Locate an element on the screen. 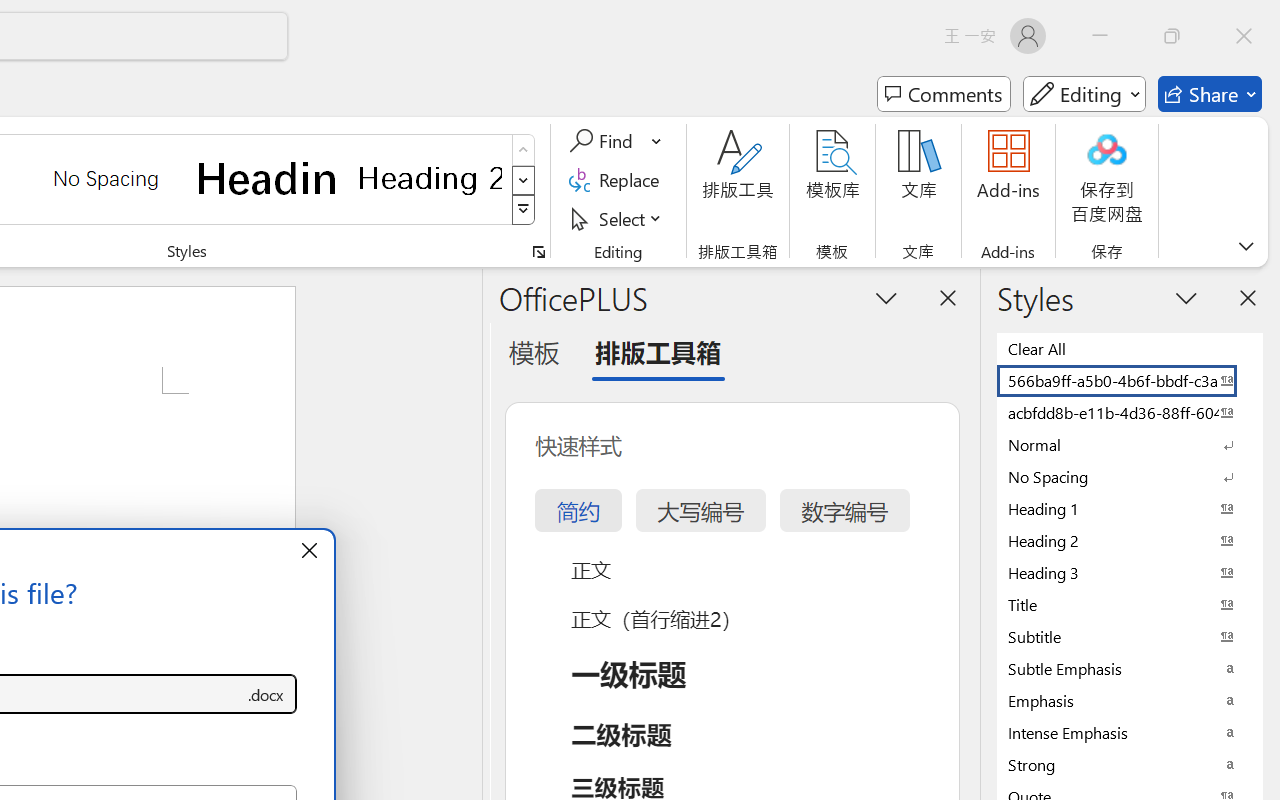 The height and width of the screenshot is (800, 1280). 'Minimize' is located at coordinates (1099, 35).